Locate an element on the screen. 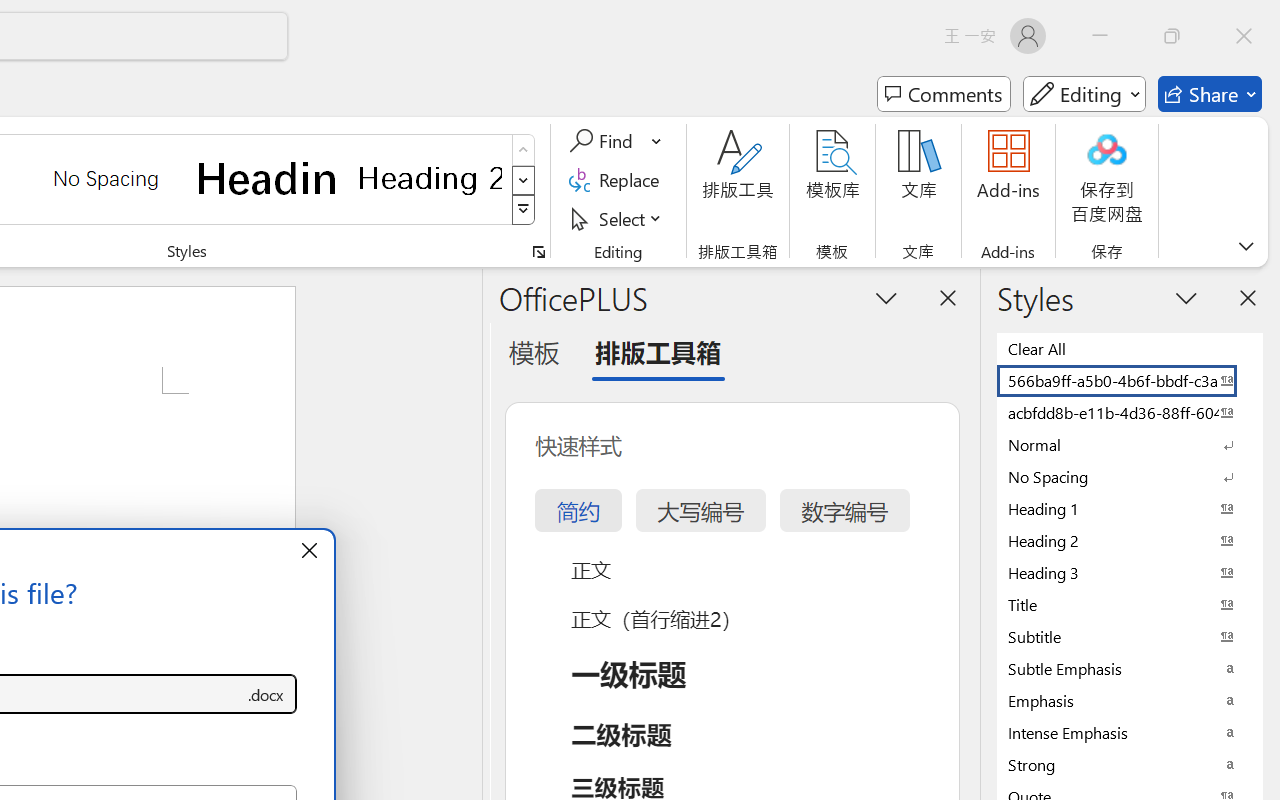 The height and width of the screenshot is (800, 1280). 'Minimize' is located at coordinates (1099, 35).